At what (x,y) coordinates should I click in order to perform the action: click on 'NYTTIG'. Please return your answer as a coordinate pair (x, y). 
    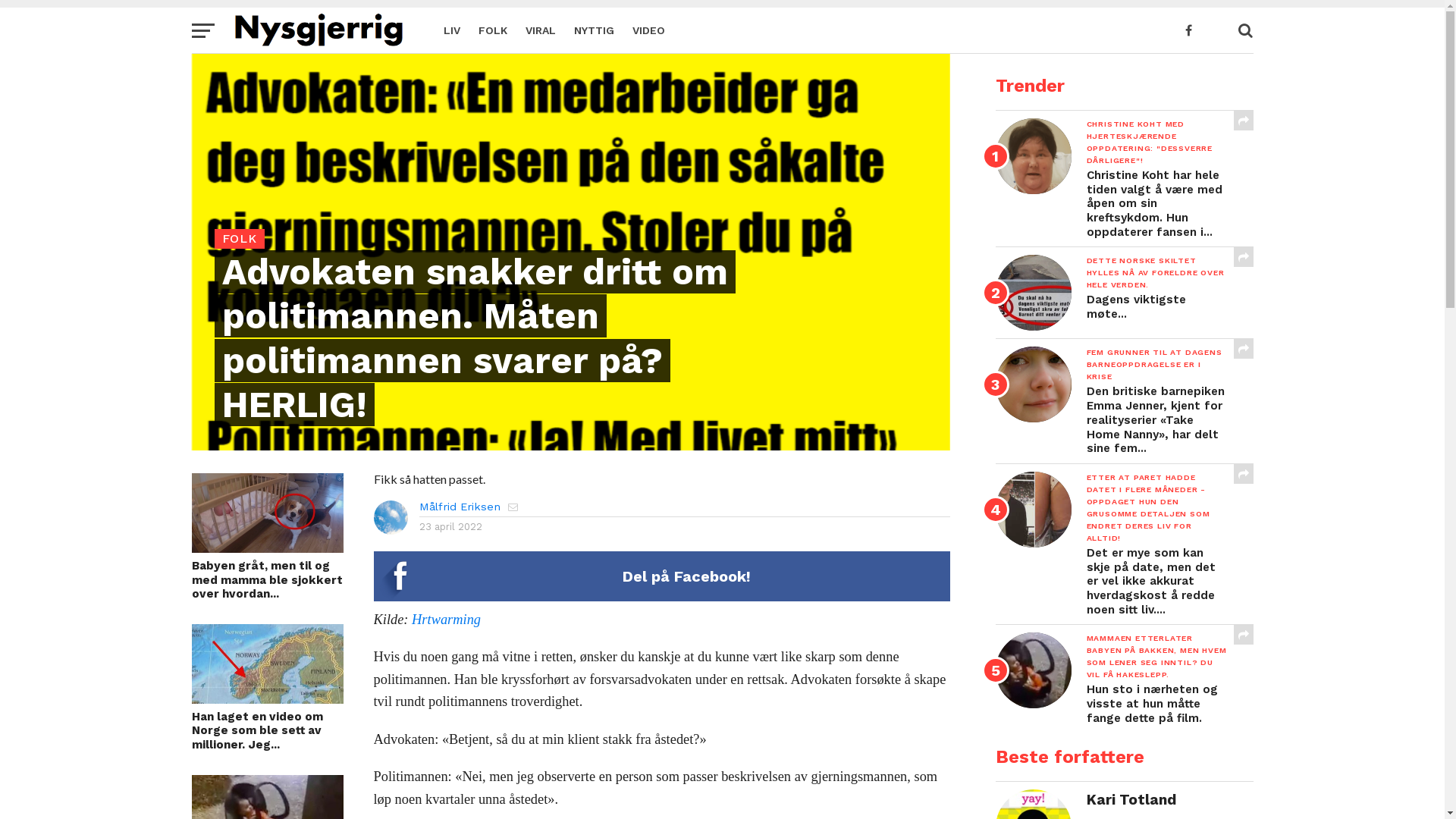
    Looking at the image, I should click on (592, 30).